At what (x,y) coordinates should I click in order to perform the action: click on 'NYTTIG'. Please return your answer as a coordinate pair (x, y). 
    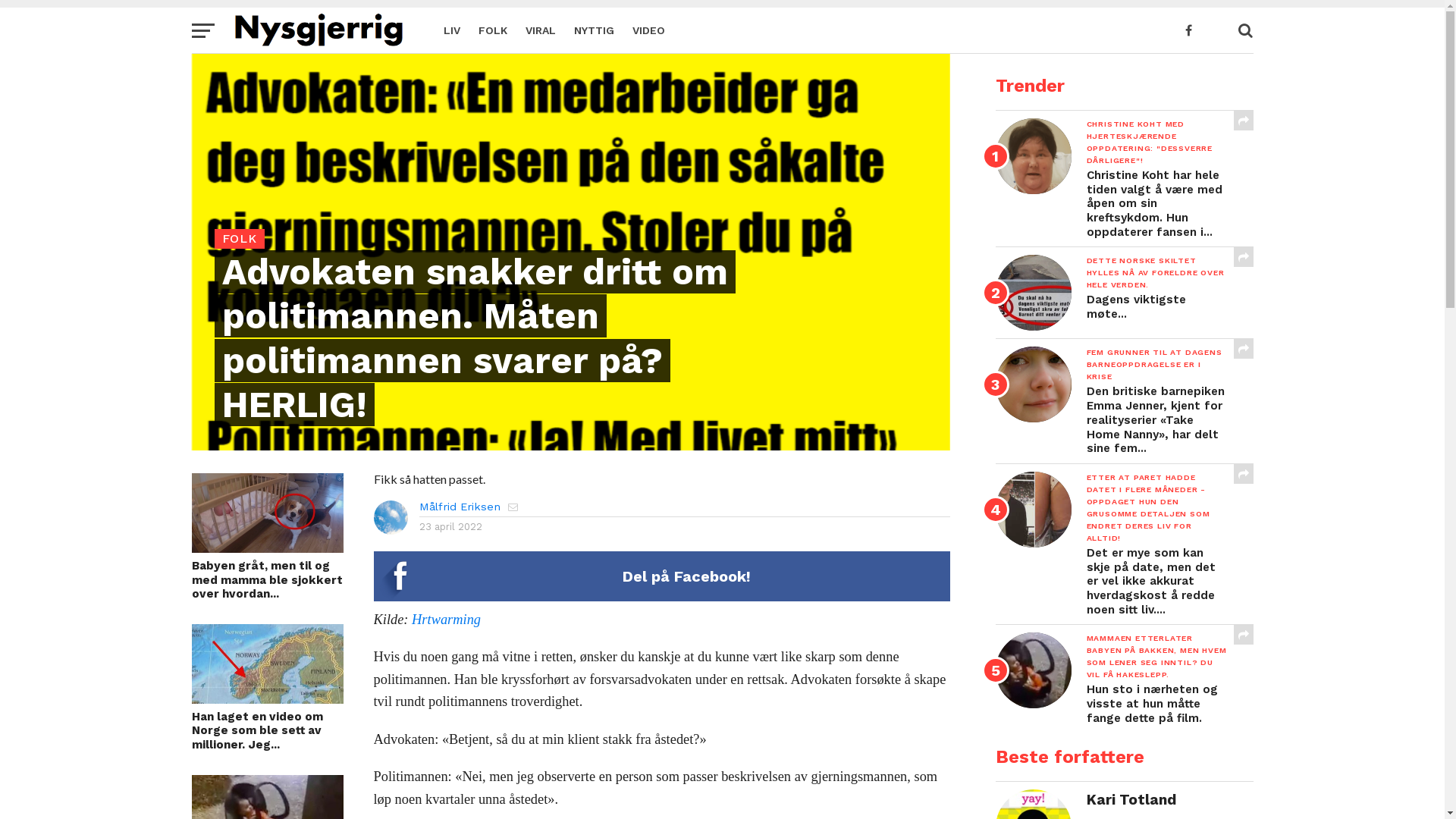
    Looking at the image, I should click on (592, 30).